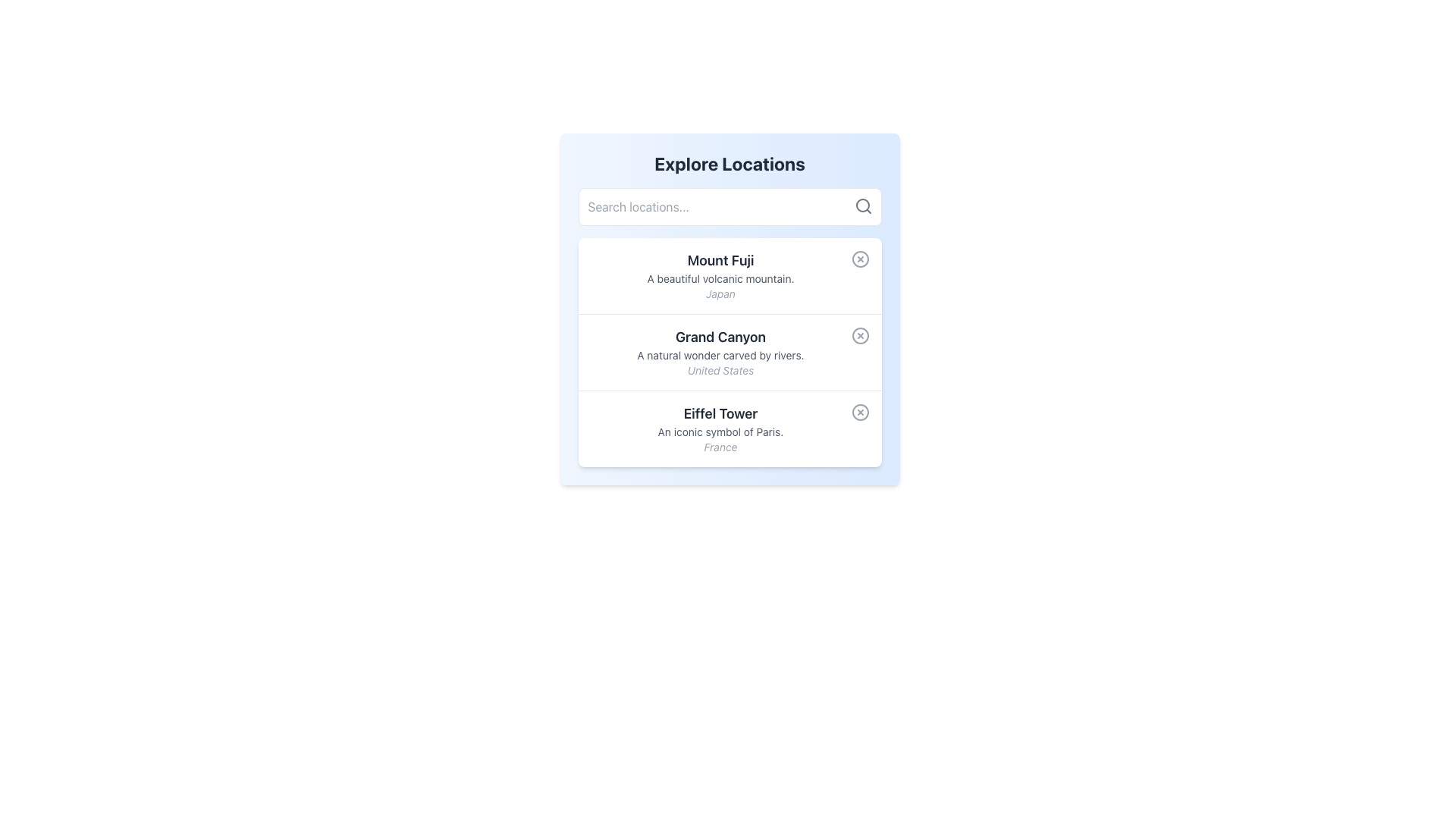 This screenshot has height=819, width=1456. I want to click on the descriptive card for 'Grand Canyon' located in the 'Explore Locations' panel, which is the second item in a vertical list, so click(720, 353).